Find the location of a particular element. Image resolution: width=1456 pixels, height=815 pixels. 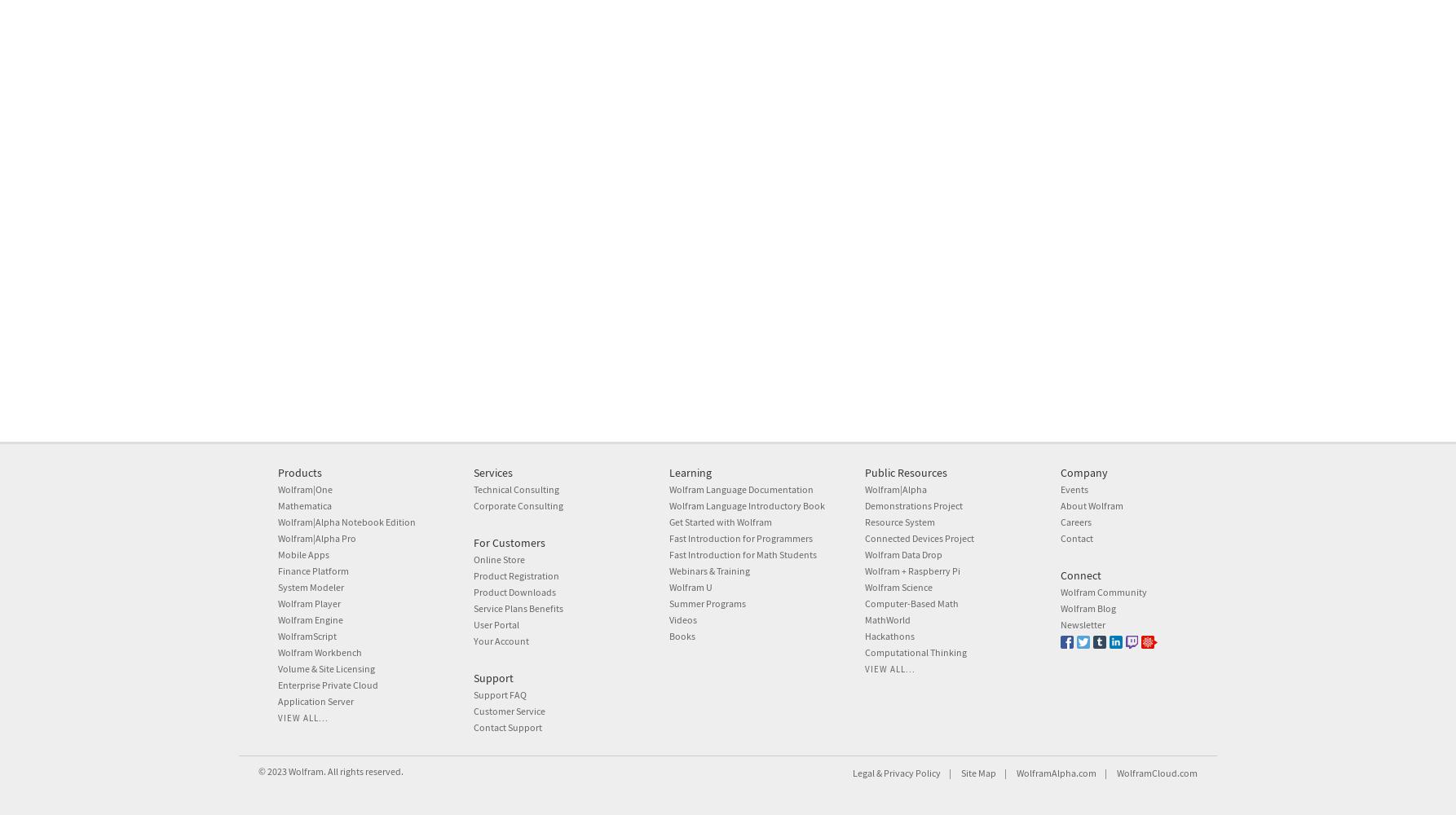

'Connected Devices Project' is located at coordinates (919, 538).